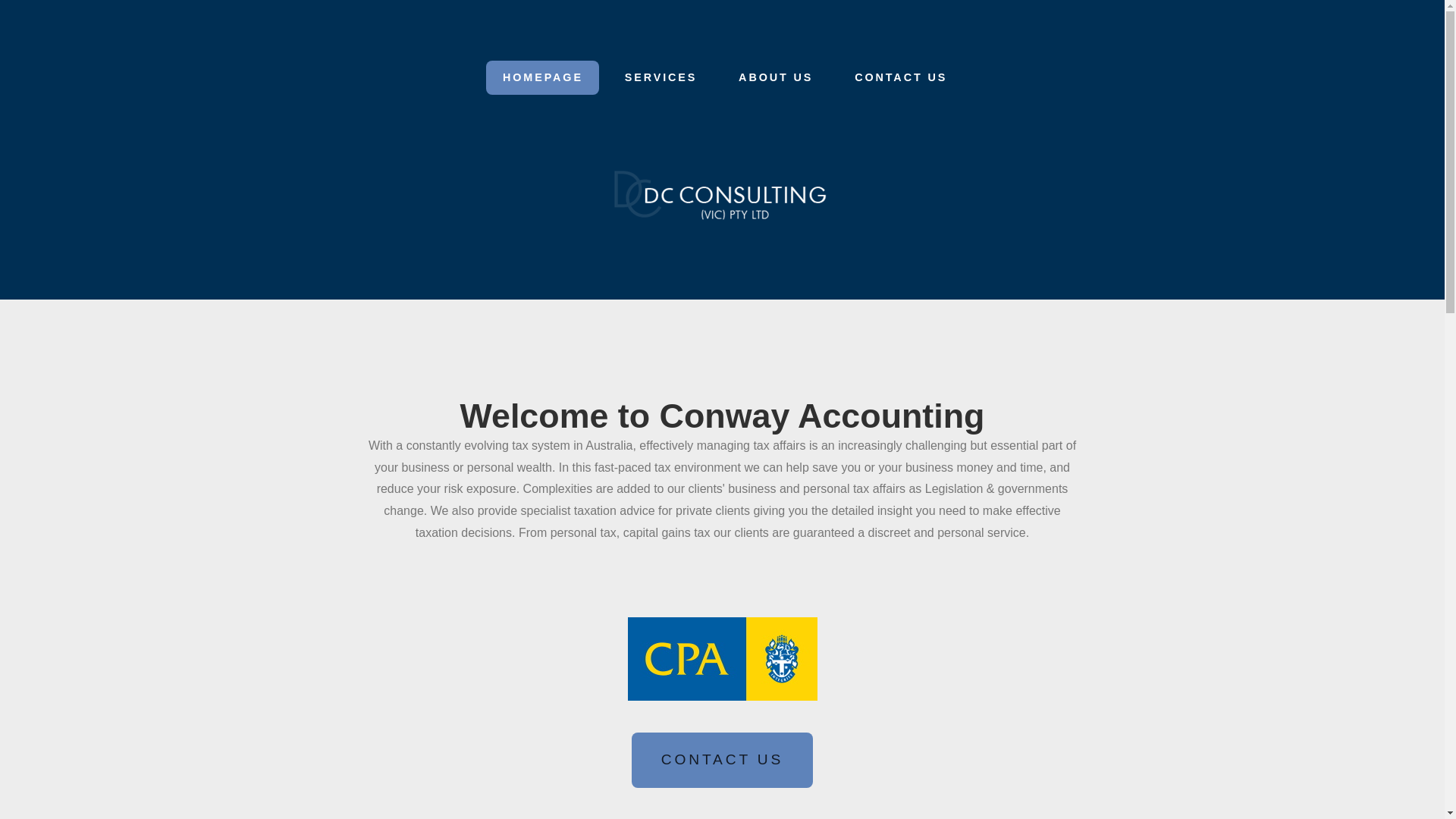  Describe the element at coordinates (776, 77) in the screenshot. I see `'ABOUT US'` at that location.